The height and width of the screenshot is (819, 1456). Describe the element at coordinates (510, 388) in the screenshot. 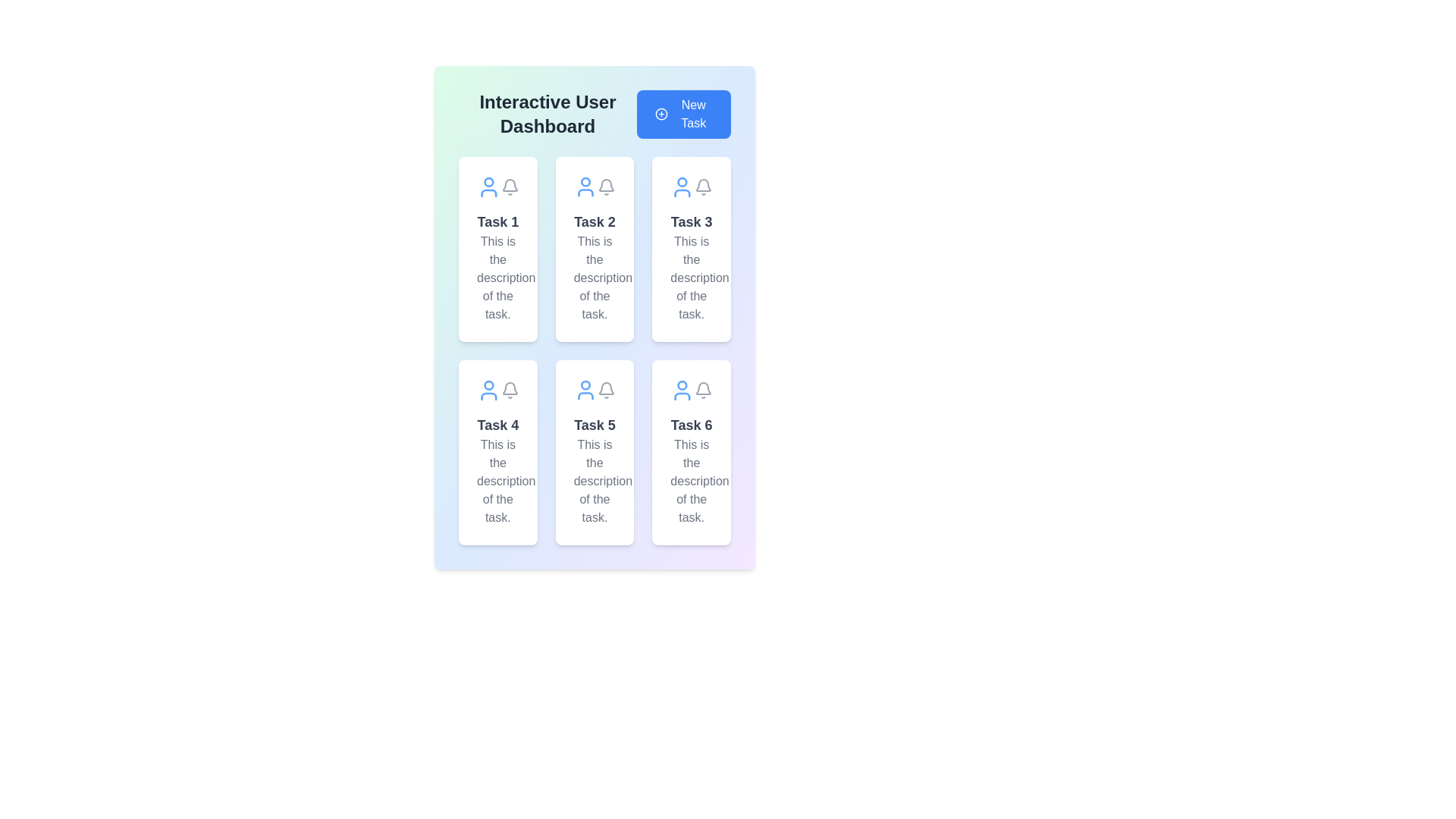

I see `the notification icon located in the upper right corner of the 'Task 4' panel` at that location.